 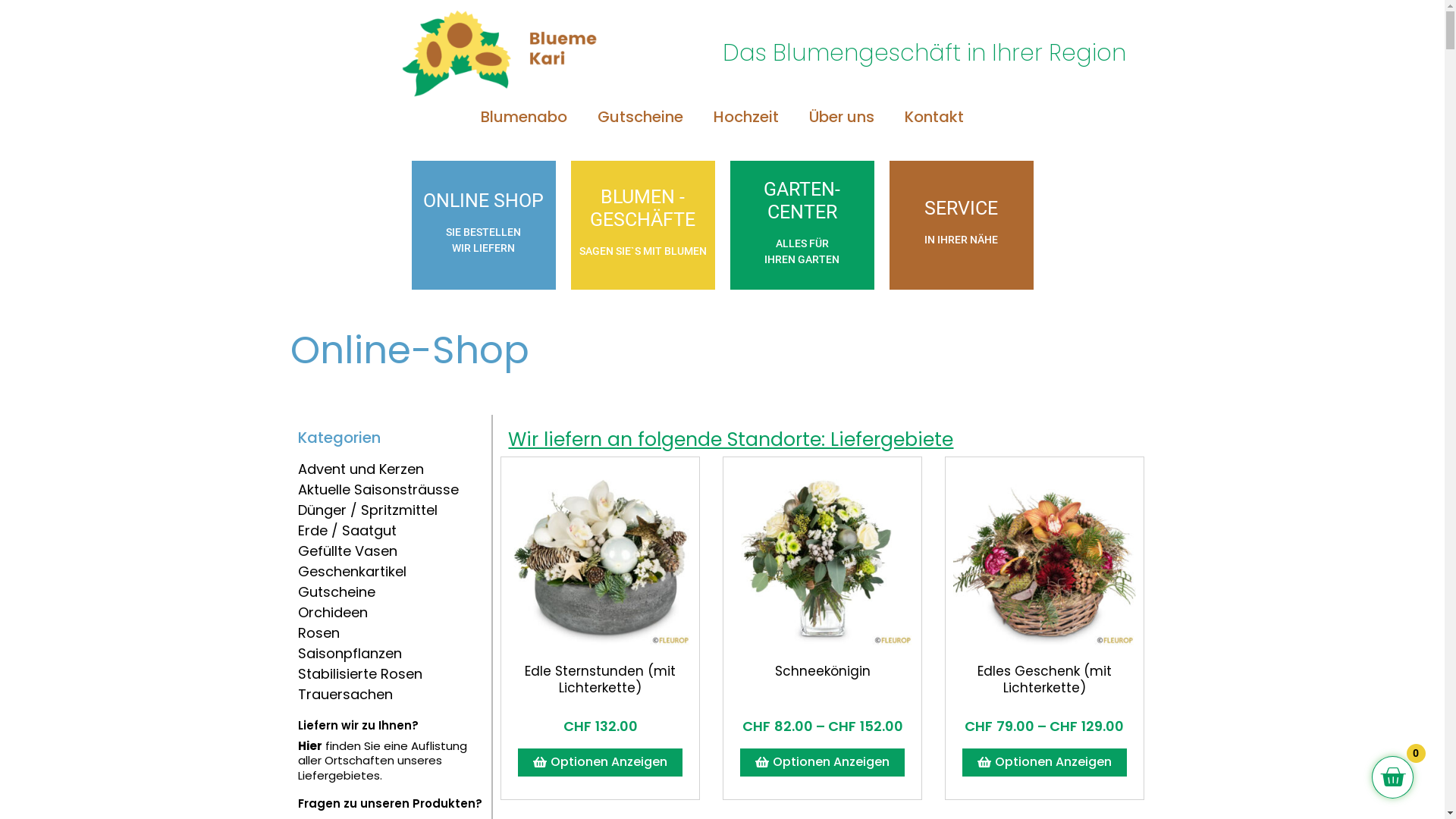 I want to click on 'Edles Geschenk (mit Lichterkette)', so click(x=1043, y=678).